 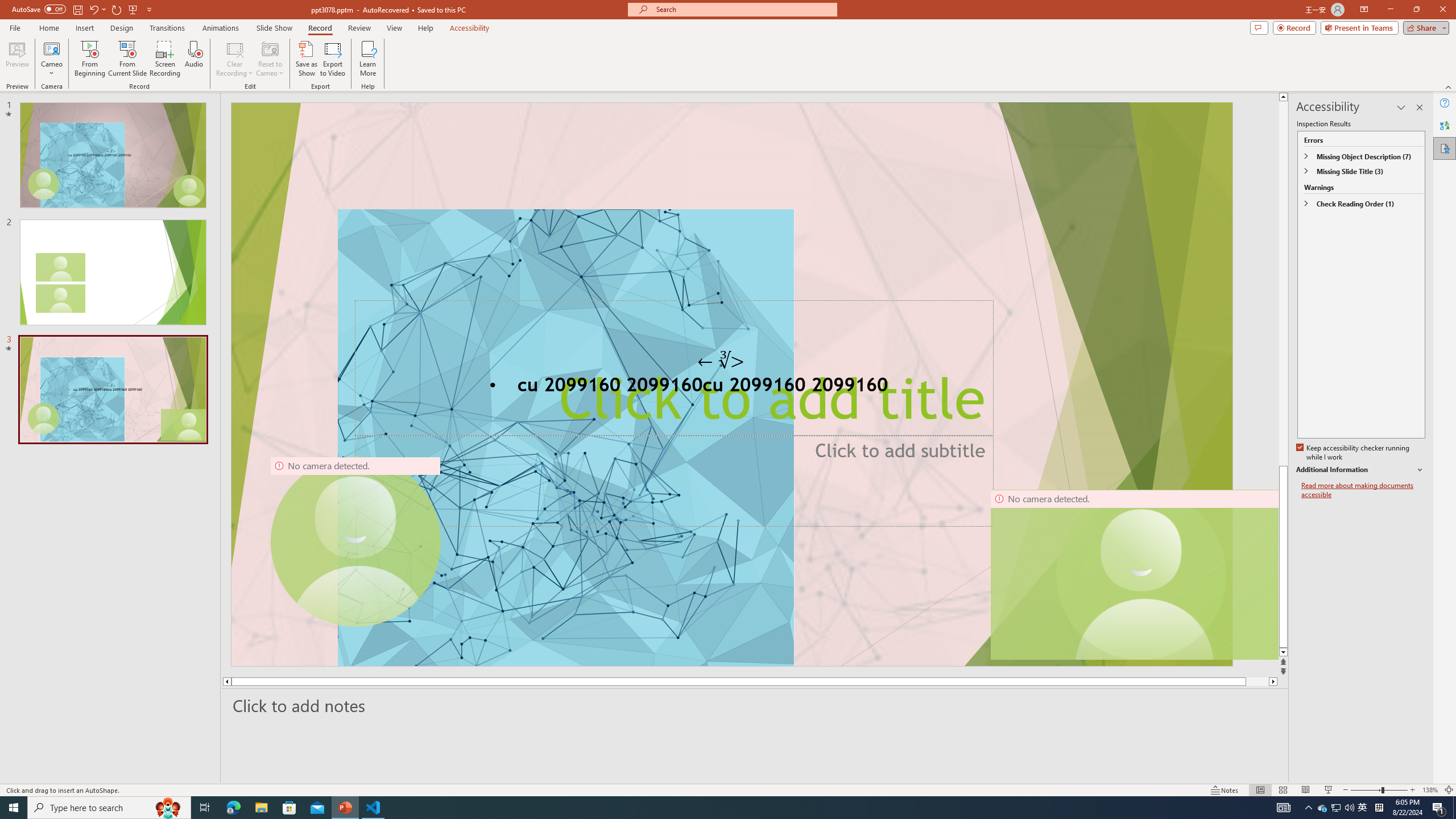 What do you see at coordinates (234, 59) in the screenshot?
I see `'Clear Recording'` at bounding box center [234, 59].